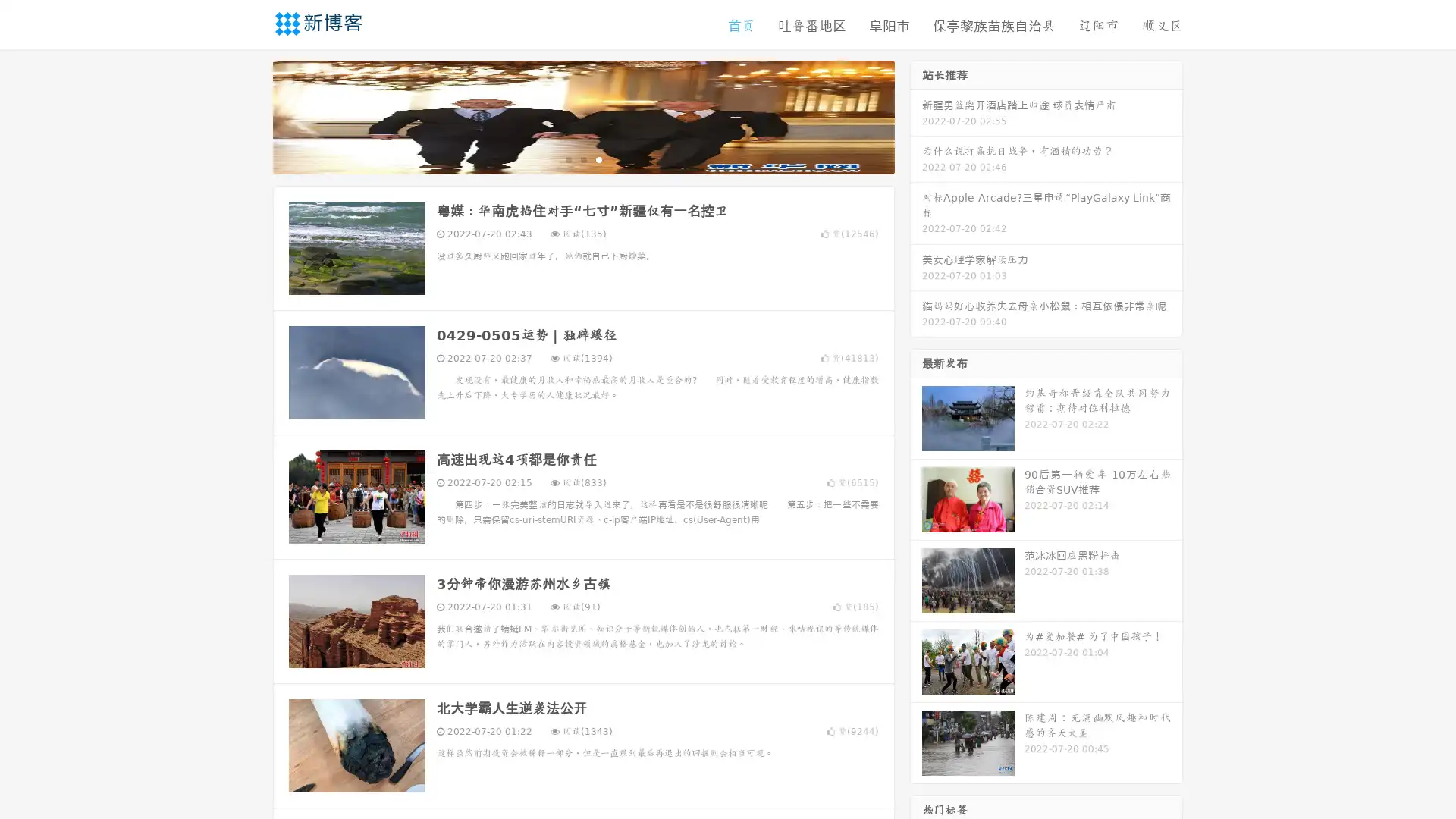 This screenshot has height=819, width=1456. I want to click on Previous slide, so click(250, 127).